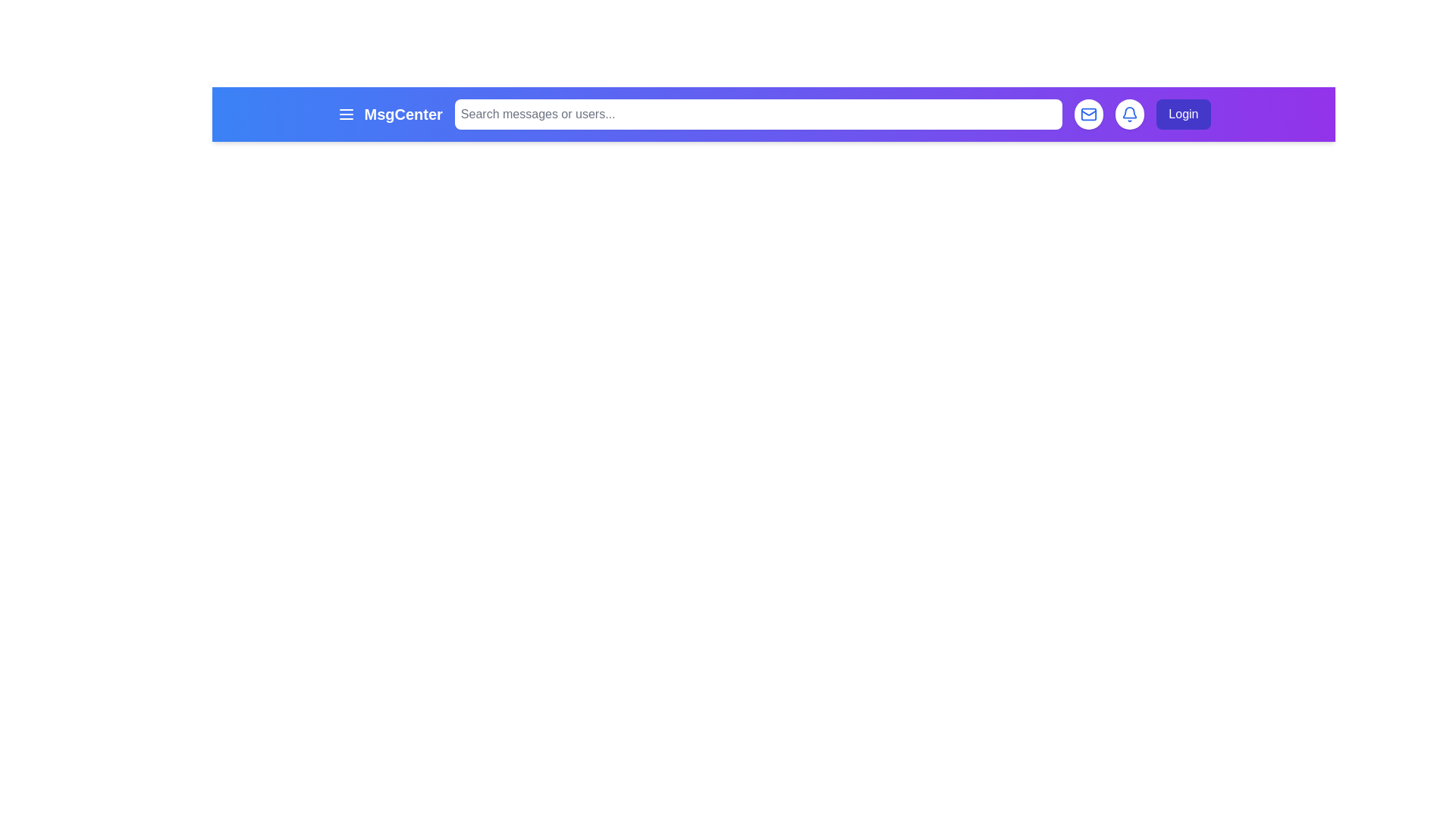  What do you see at coordinates (345, 113) in the screenshot?
I see `the menu button to open the navigation menu` at bounding box center [345, 113].